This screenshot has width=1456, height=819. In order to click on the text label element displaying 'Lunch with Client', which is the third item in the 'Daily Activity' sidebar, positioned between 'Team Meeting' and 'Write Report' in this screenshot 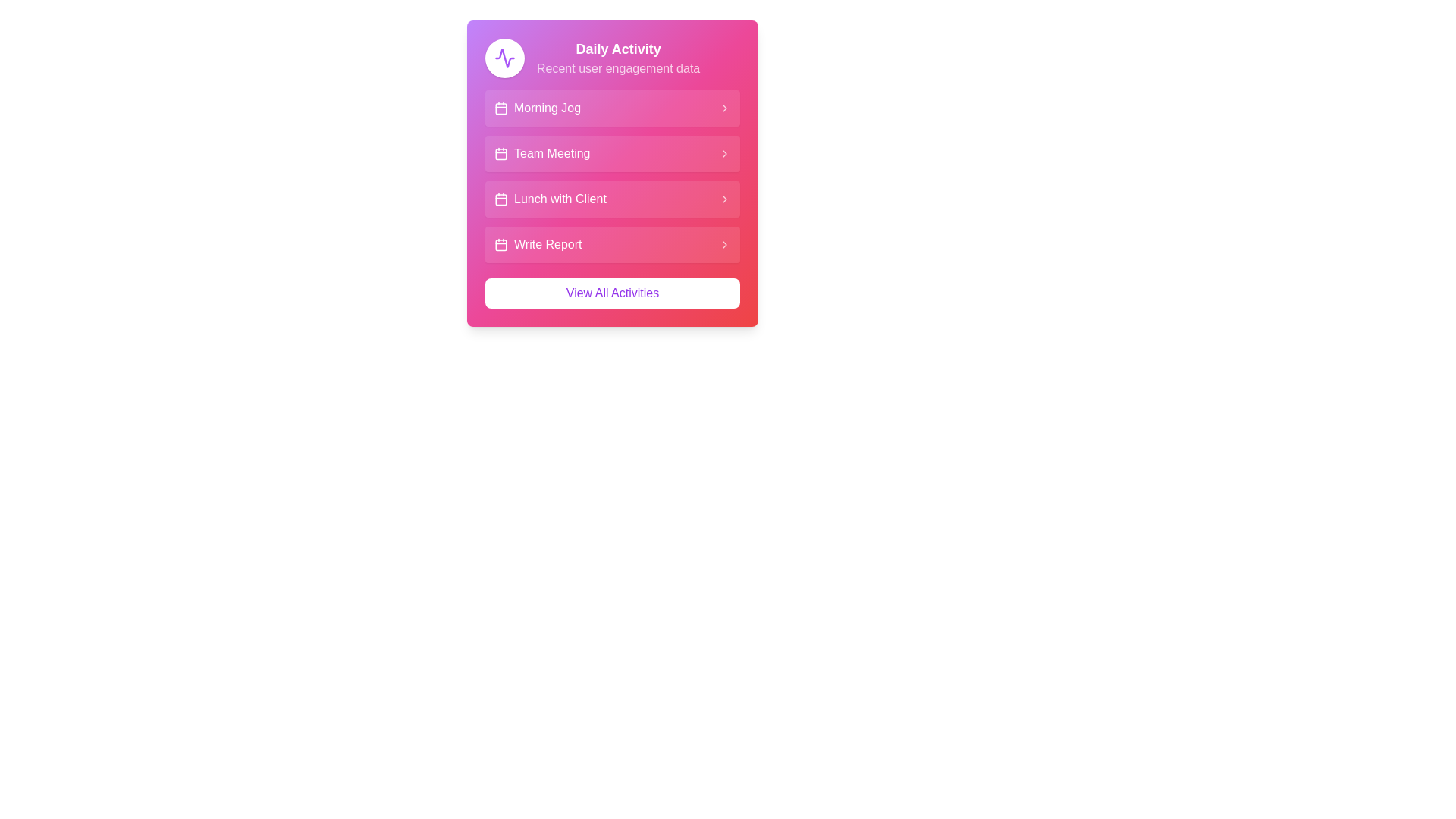, I will do `click(560, 198)`.